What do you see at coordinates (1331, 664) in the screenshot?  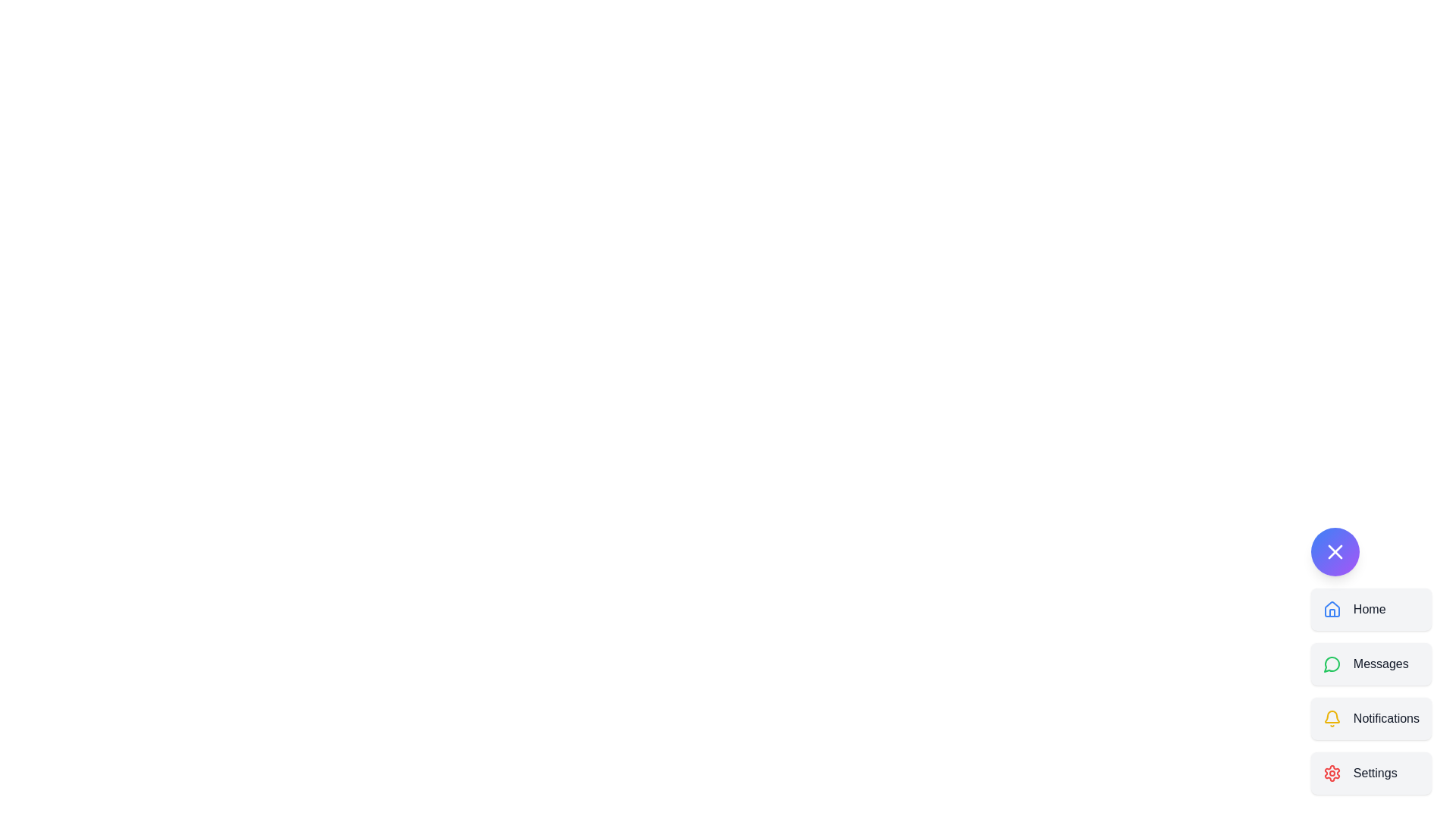 I see `the 'Messages' icon in the vertical menu, which is positioned between the 'Home' and 'Notifications' options` at bounding box center [1331, 664].